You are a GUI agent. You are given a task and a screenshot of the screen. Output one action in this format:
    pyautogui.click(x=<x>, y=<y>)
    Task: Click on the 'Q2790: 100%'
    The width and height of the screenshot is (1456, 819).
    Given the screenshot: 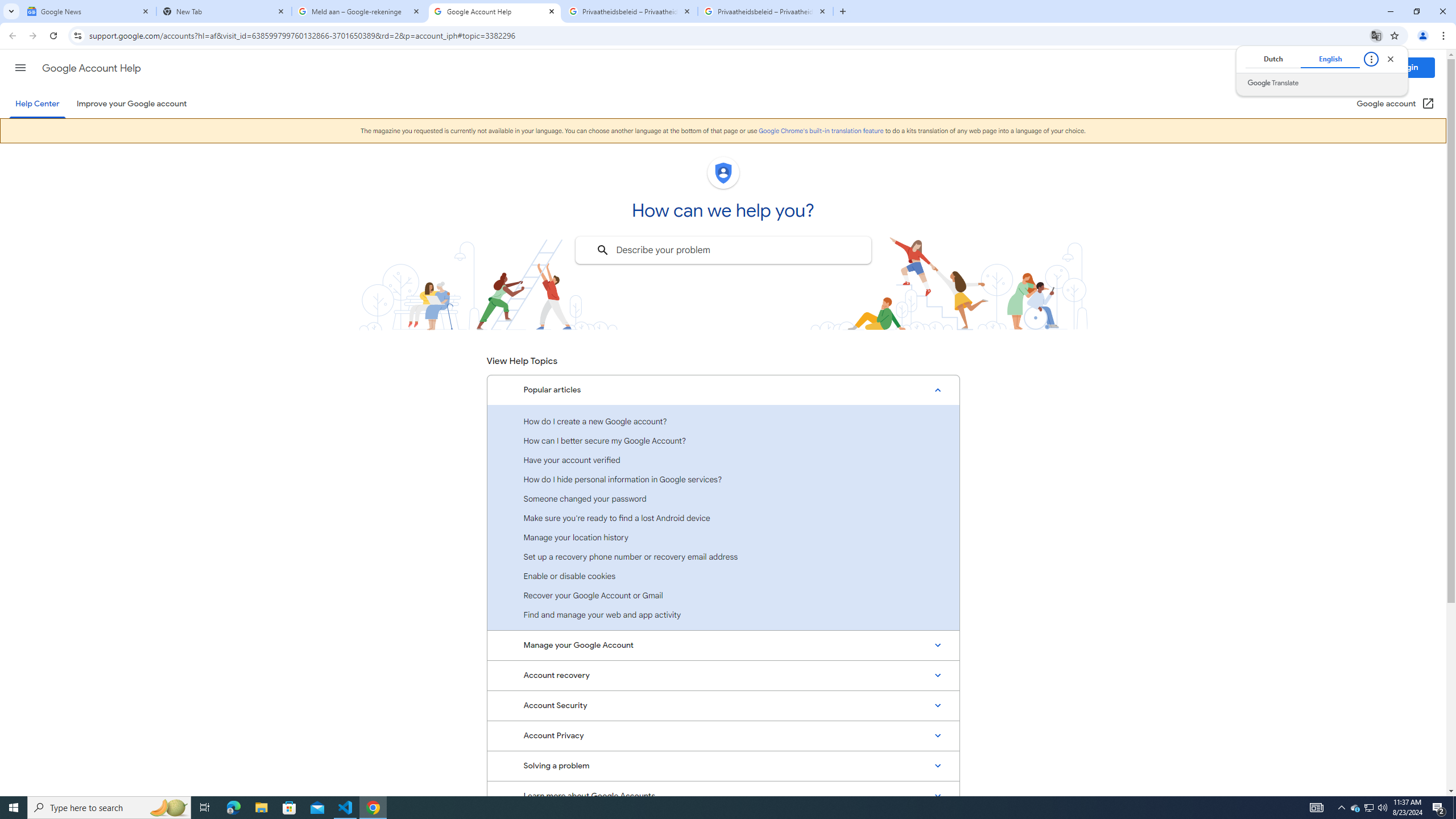 What is the action you would take?
    pyautogui.click(x=1381, y=806)
    